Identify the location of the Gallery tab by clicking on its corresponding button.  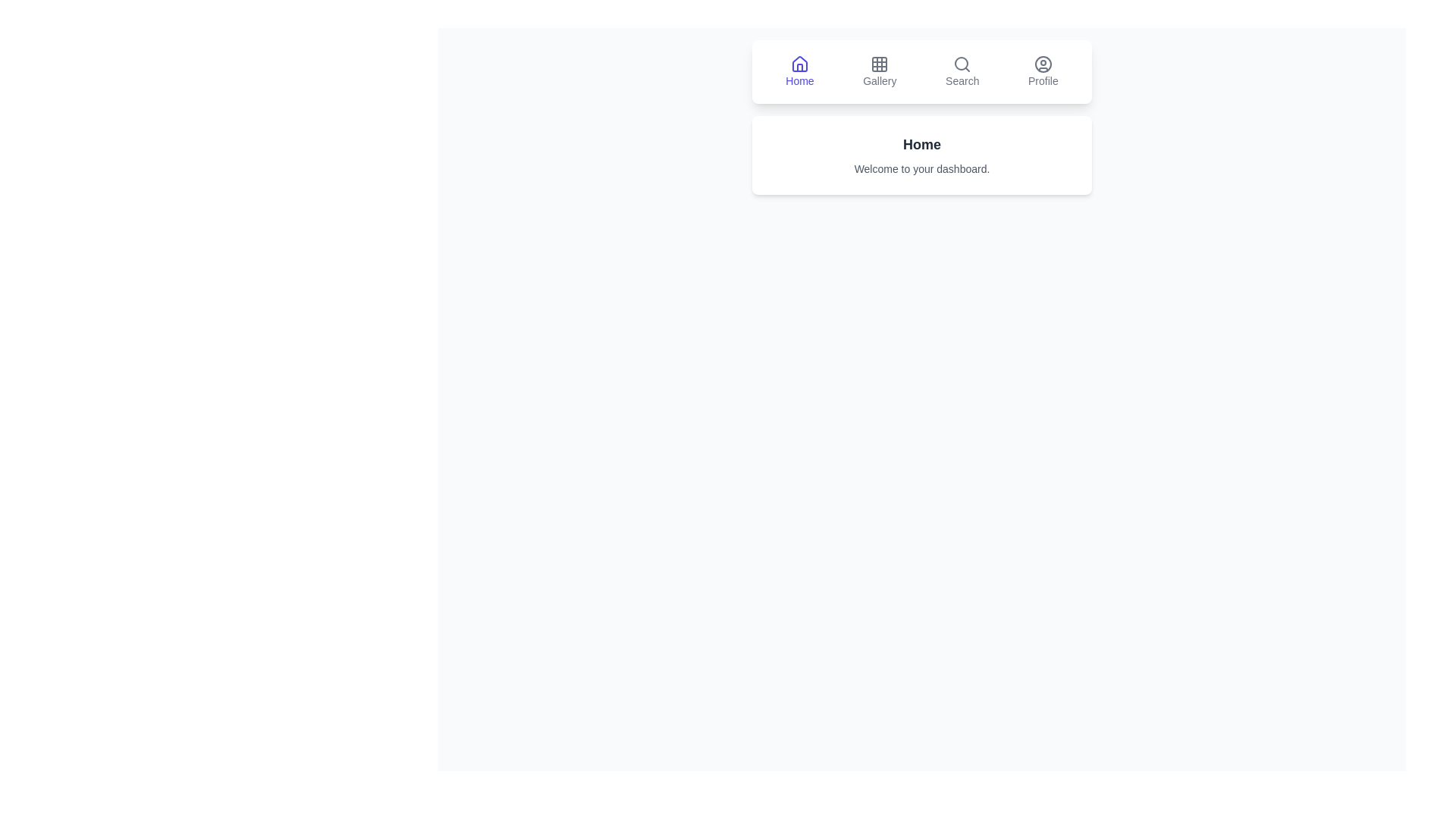
(880, 72).